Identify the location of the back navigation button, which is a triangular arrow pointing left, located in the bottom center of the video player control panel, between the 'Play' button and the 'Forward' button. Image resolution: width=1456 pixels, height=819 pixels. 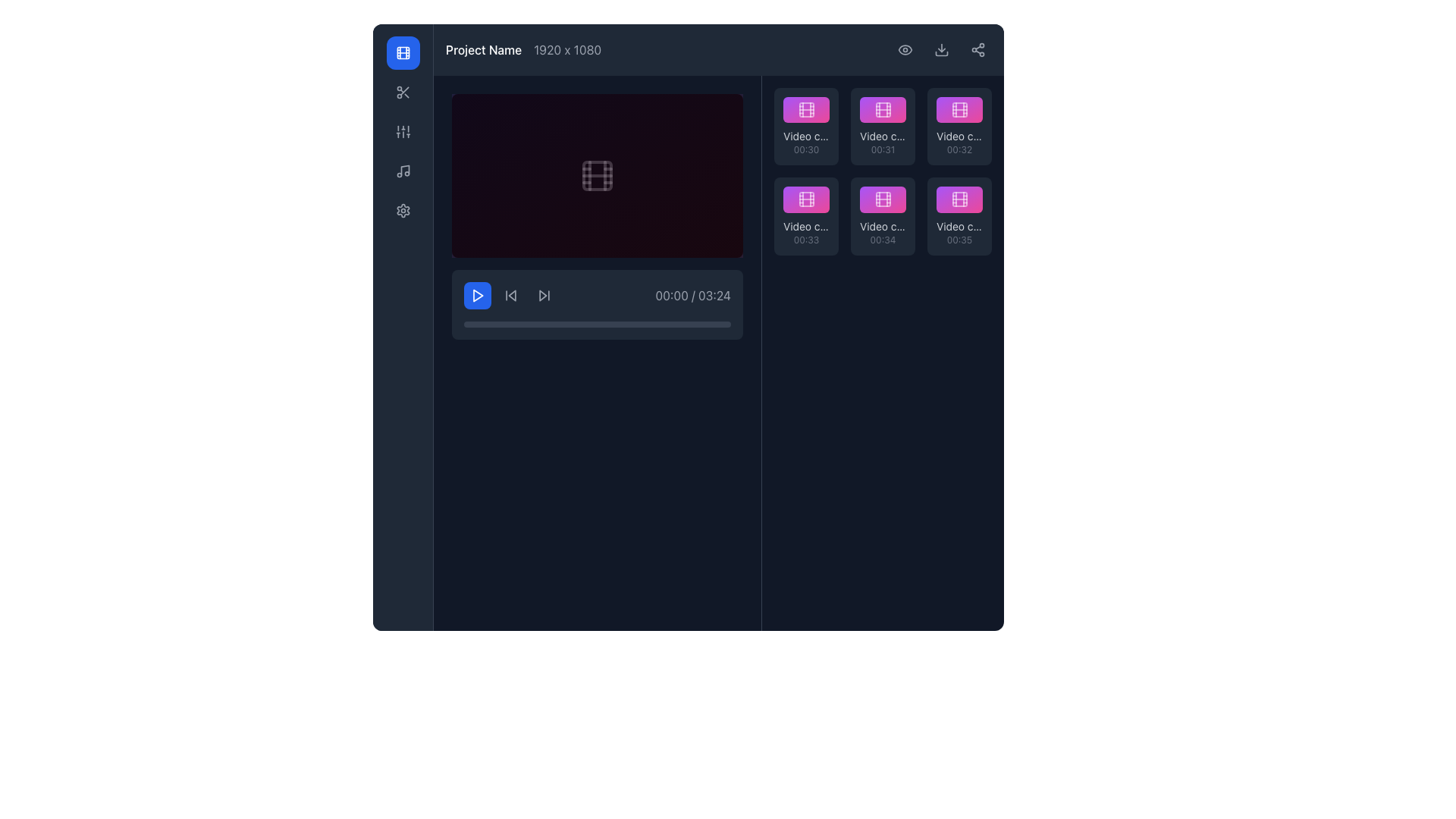
(510, 295).